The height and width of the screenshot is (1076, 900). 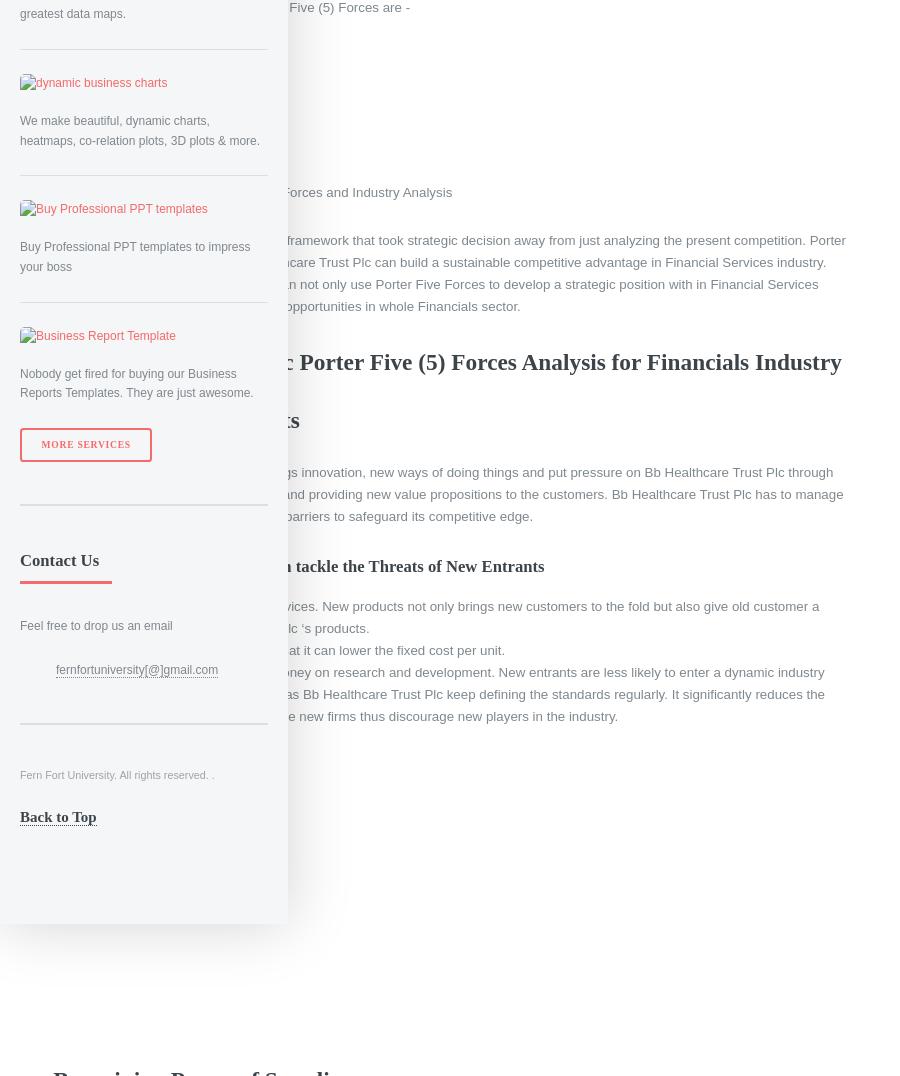 I want to click on 'Nobody get fired for buying our Business Reports Templates. They are just awesome.', so click(x=136, y=381).